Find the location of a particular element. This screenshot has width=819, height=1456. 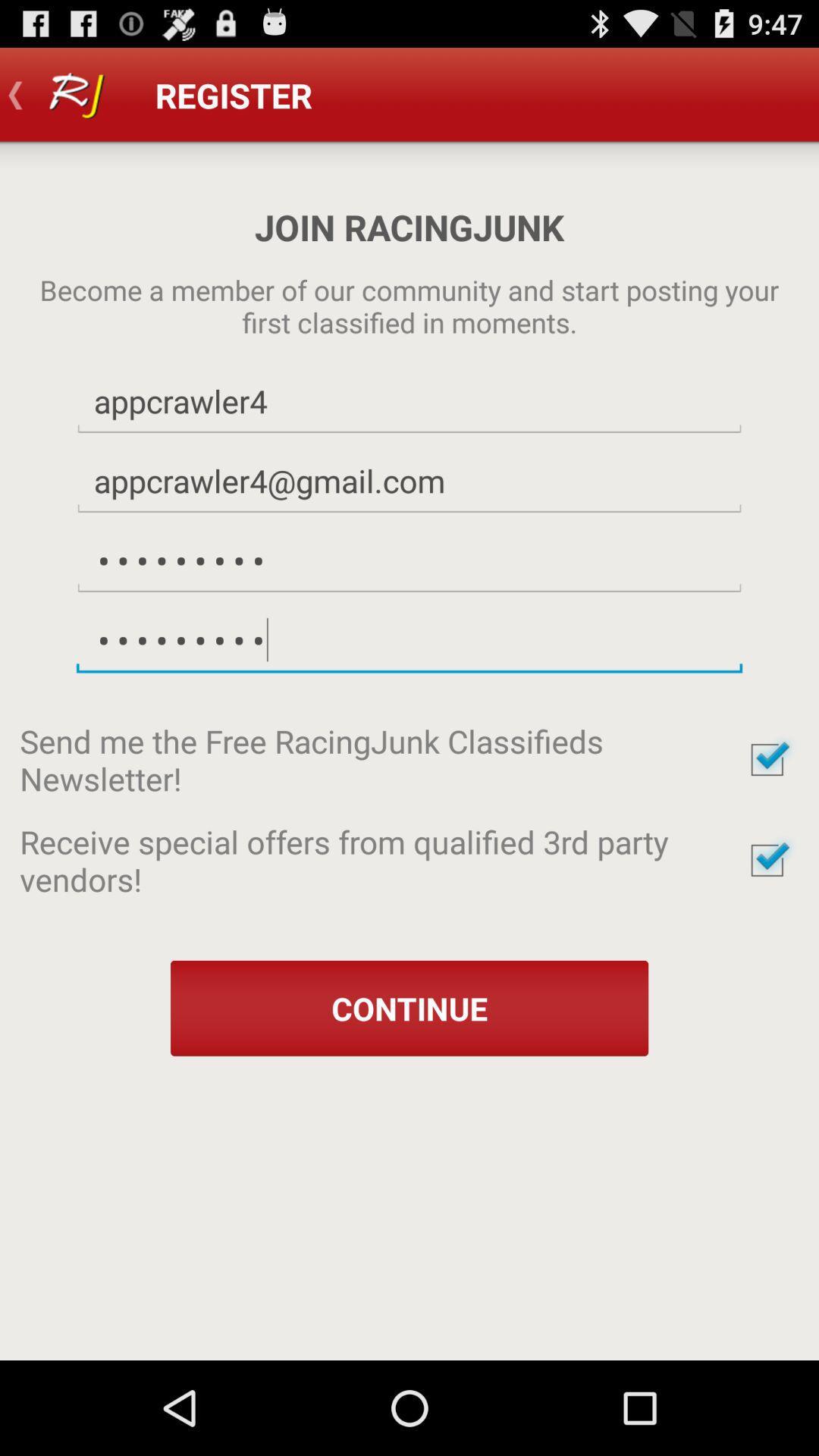

tick it if you want to receive special offers is located at coordinates (767, 860).